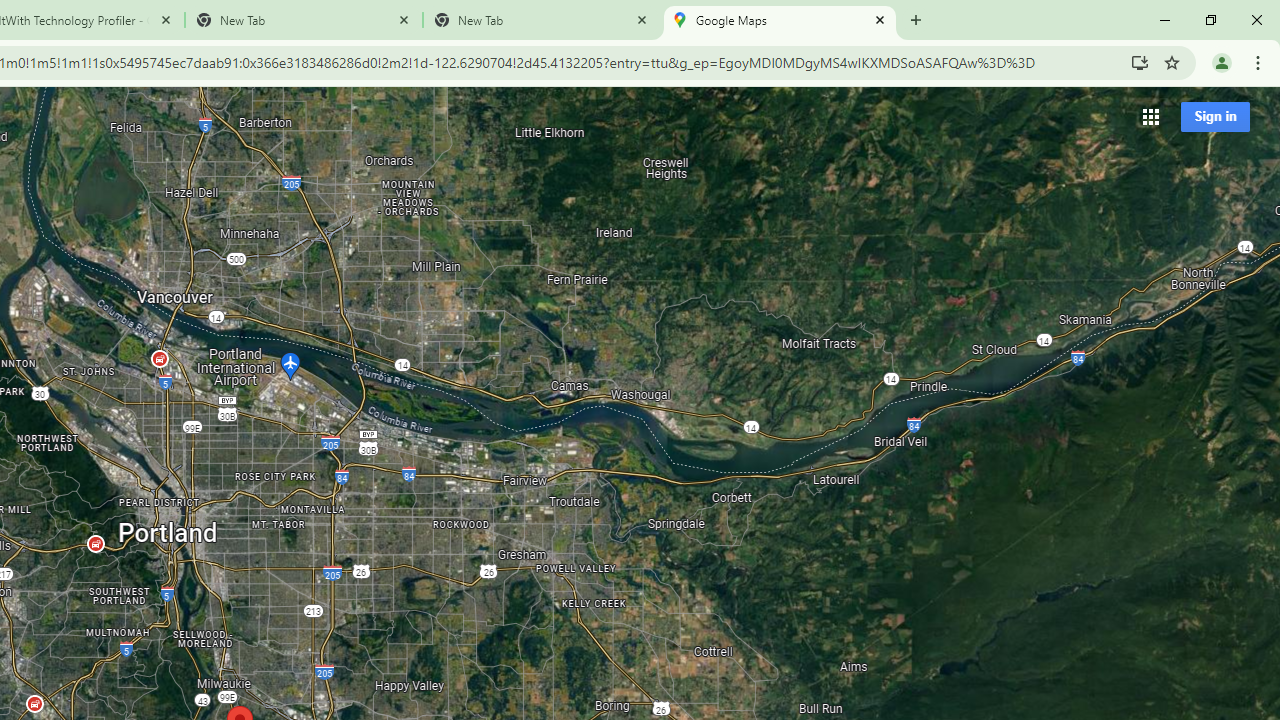  What do you see at coordinates (541, 20) in the screenshot?
I see `'New Tab'` at bounding box center [541, 20].